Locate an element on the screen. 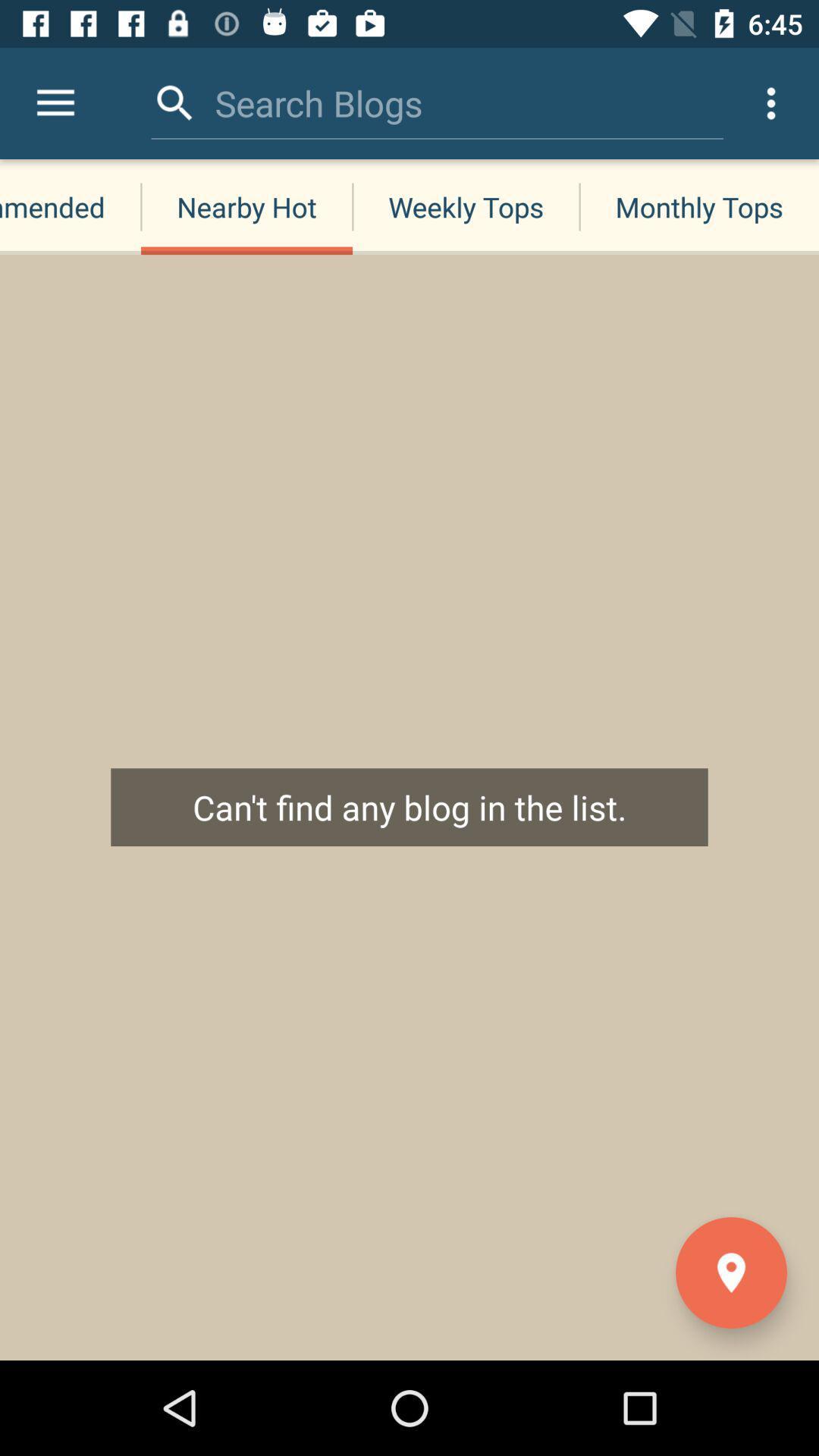 The width and height of the screenshot is (819, 1456). icon next to nearby hot is located at coordinates (55, 102).